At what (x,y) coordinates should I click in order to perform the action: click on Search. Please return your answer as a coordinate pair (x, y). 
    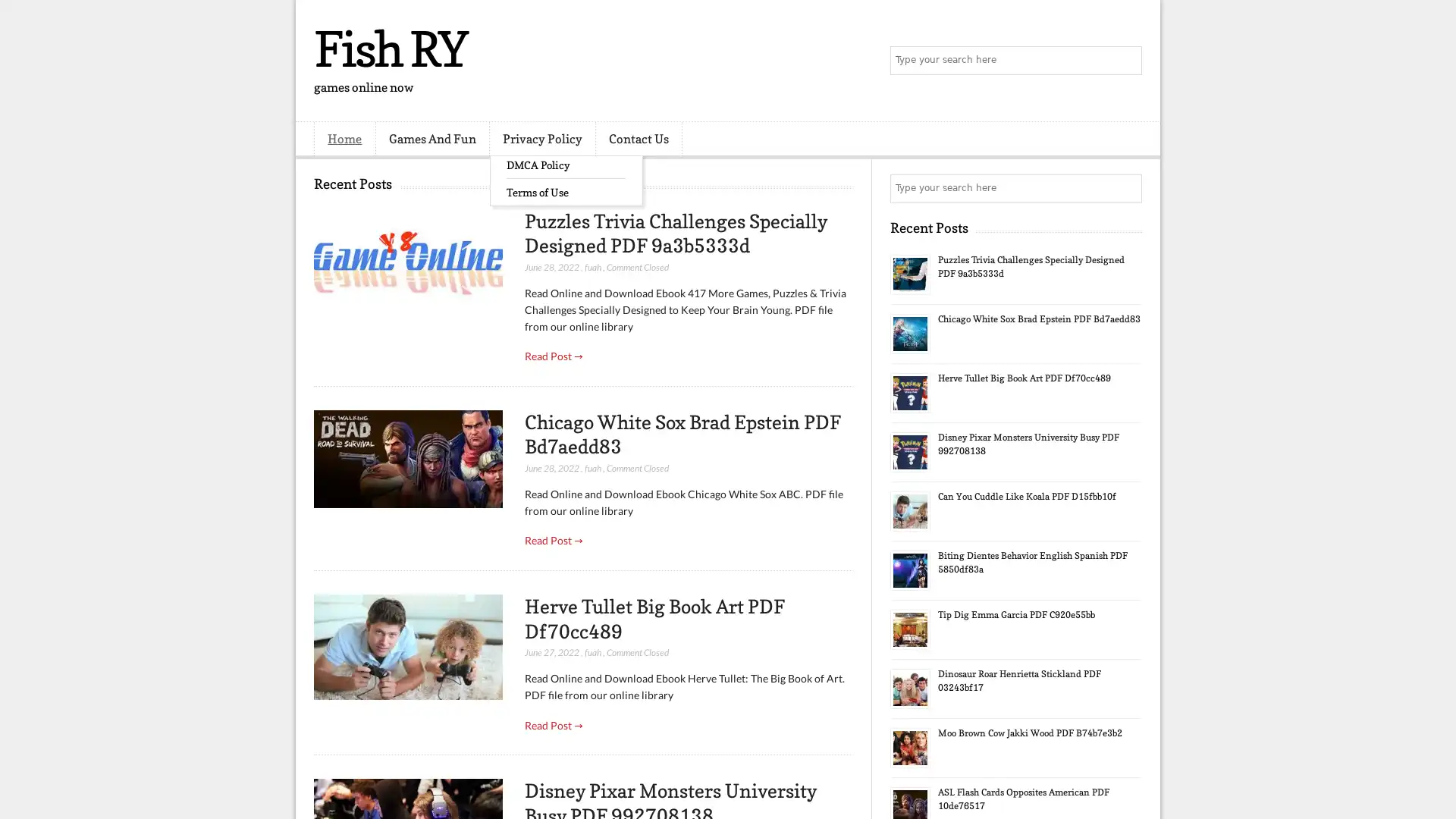
    Looking at the image, I should click on (1126, 61).